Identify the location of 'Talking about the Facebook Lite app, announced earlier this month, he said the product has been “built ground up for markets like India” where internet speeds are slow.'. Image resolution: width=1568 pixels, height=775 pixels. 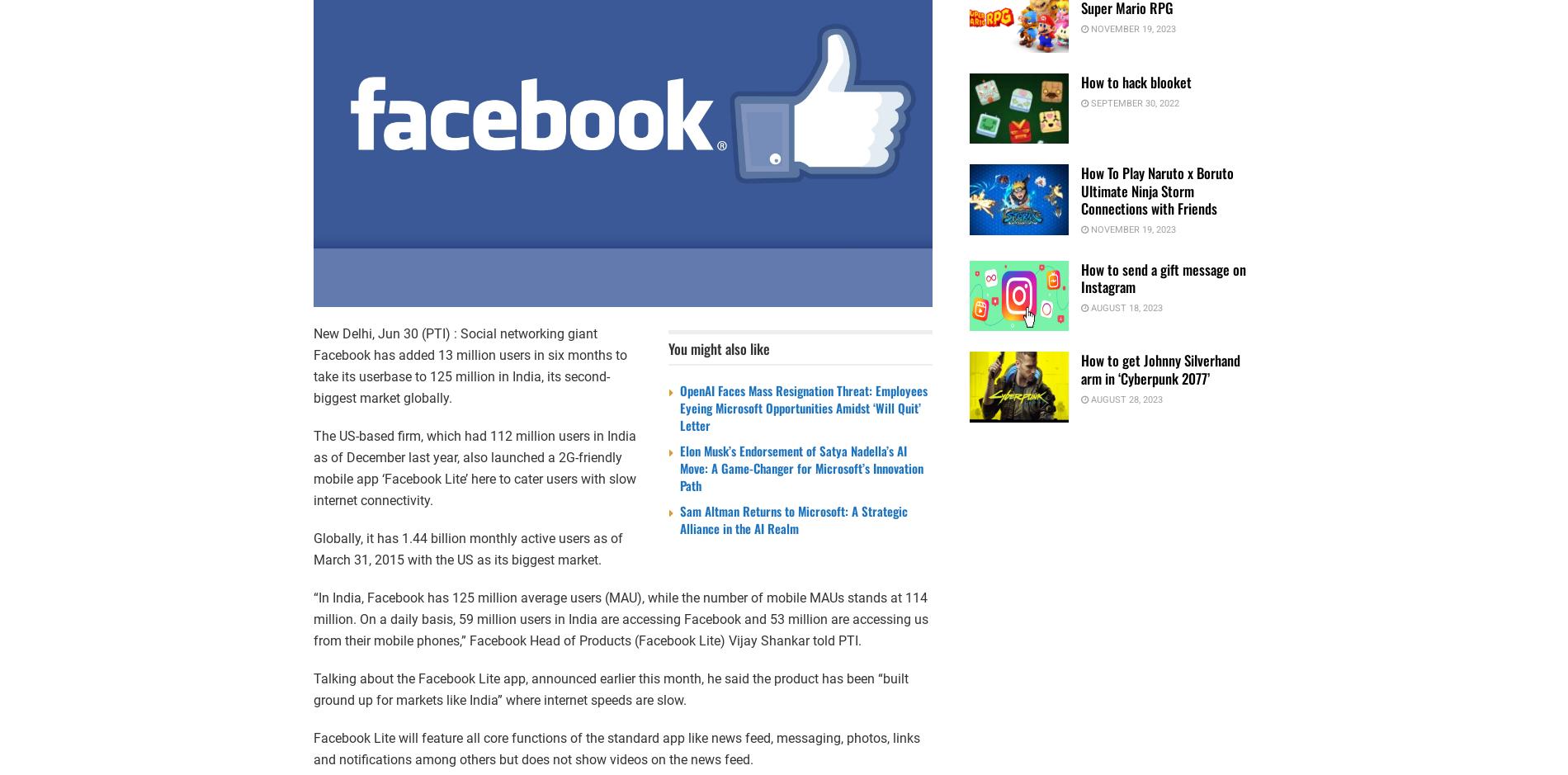
(313, 688).